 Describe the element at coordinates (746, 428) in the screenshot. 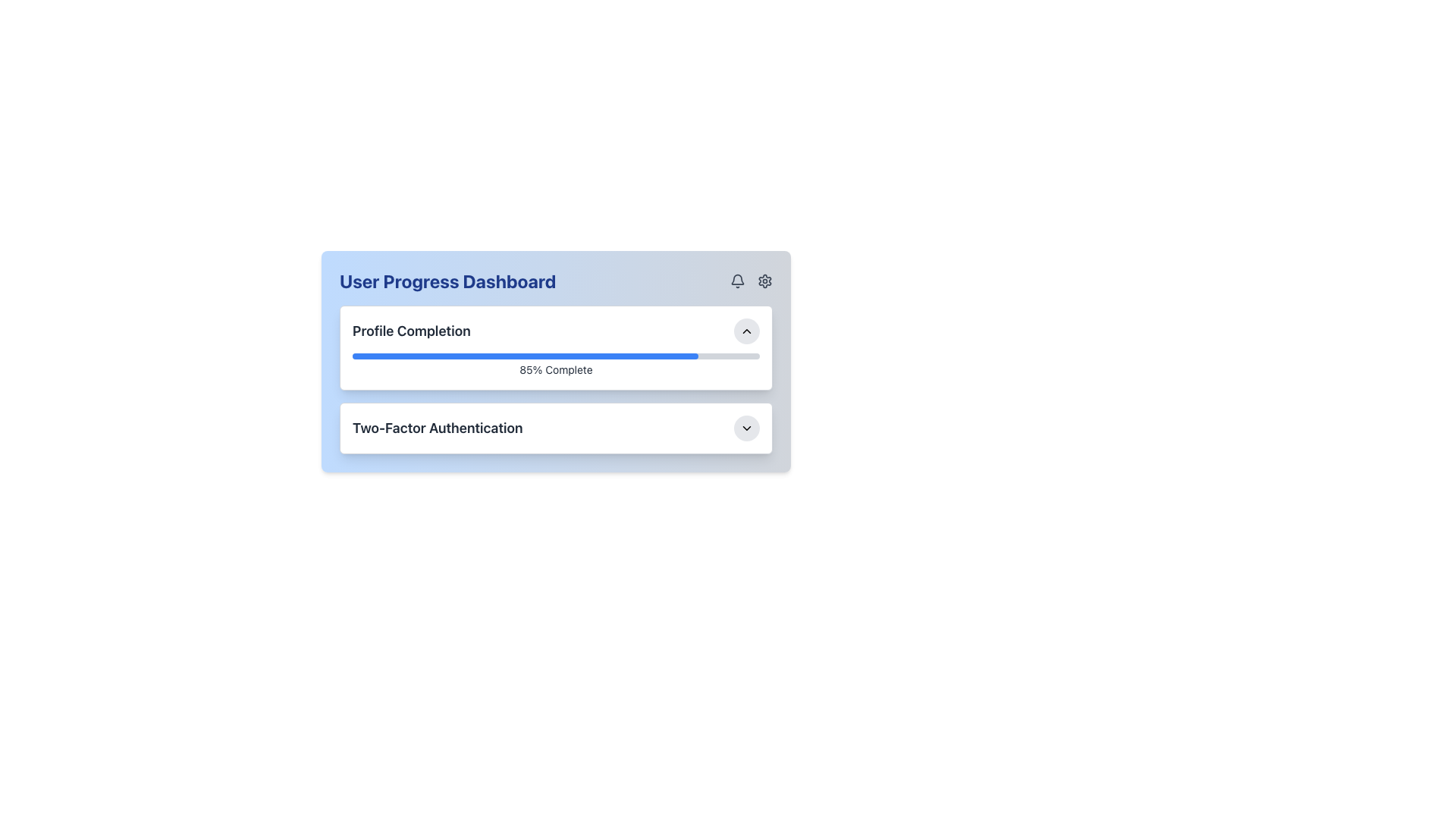

I see `the dropdown toggle button located in the lower-right corner of the 'Two-Factor Authentication' section within the 'User Progress Dashboard' panel` at that location.